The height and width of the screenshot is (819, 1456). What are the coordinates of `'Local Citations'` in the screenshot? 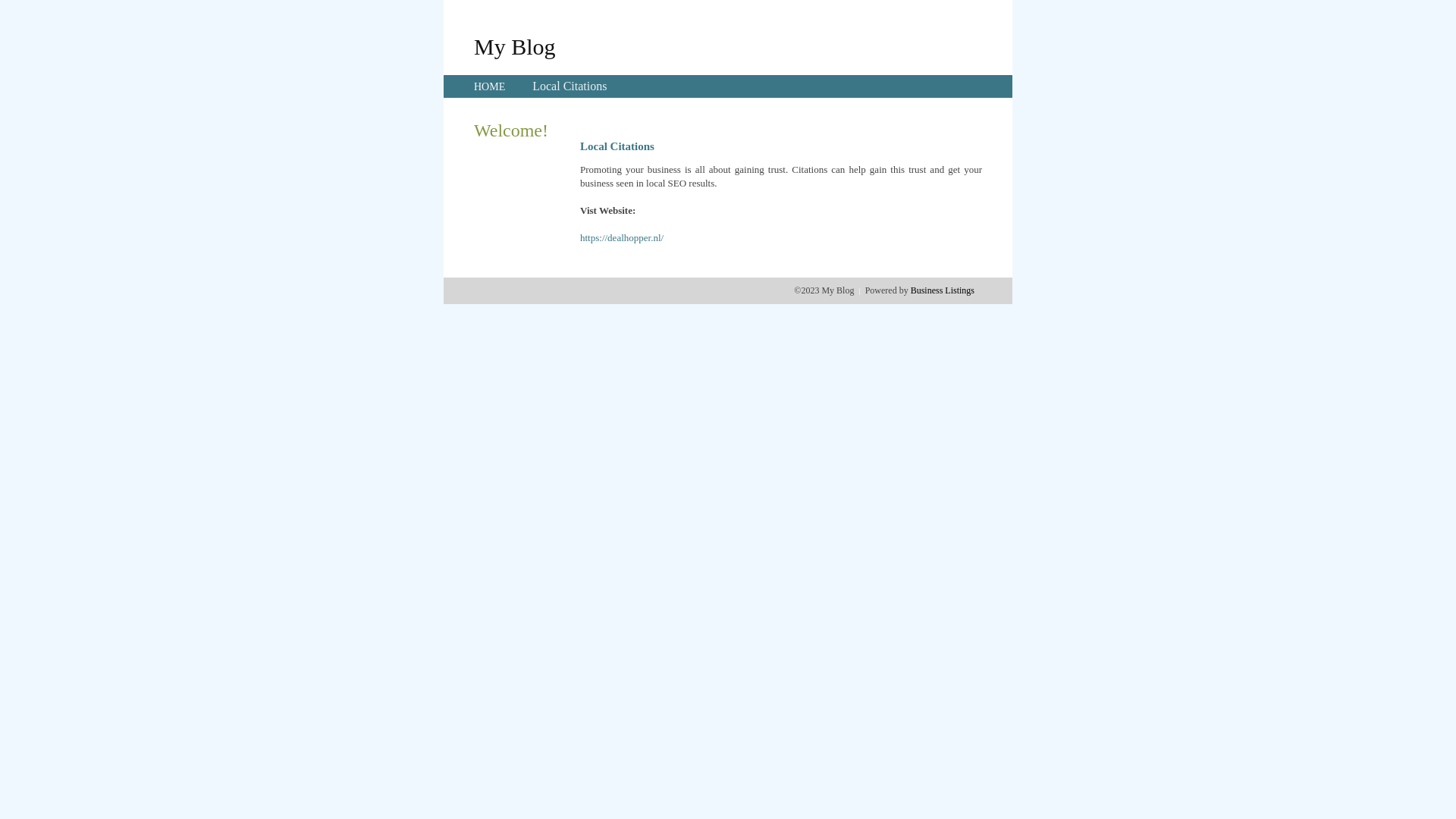 It's located at (532, 86).